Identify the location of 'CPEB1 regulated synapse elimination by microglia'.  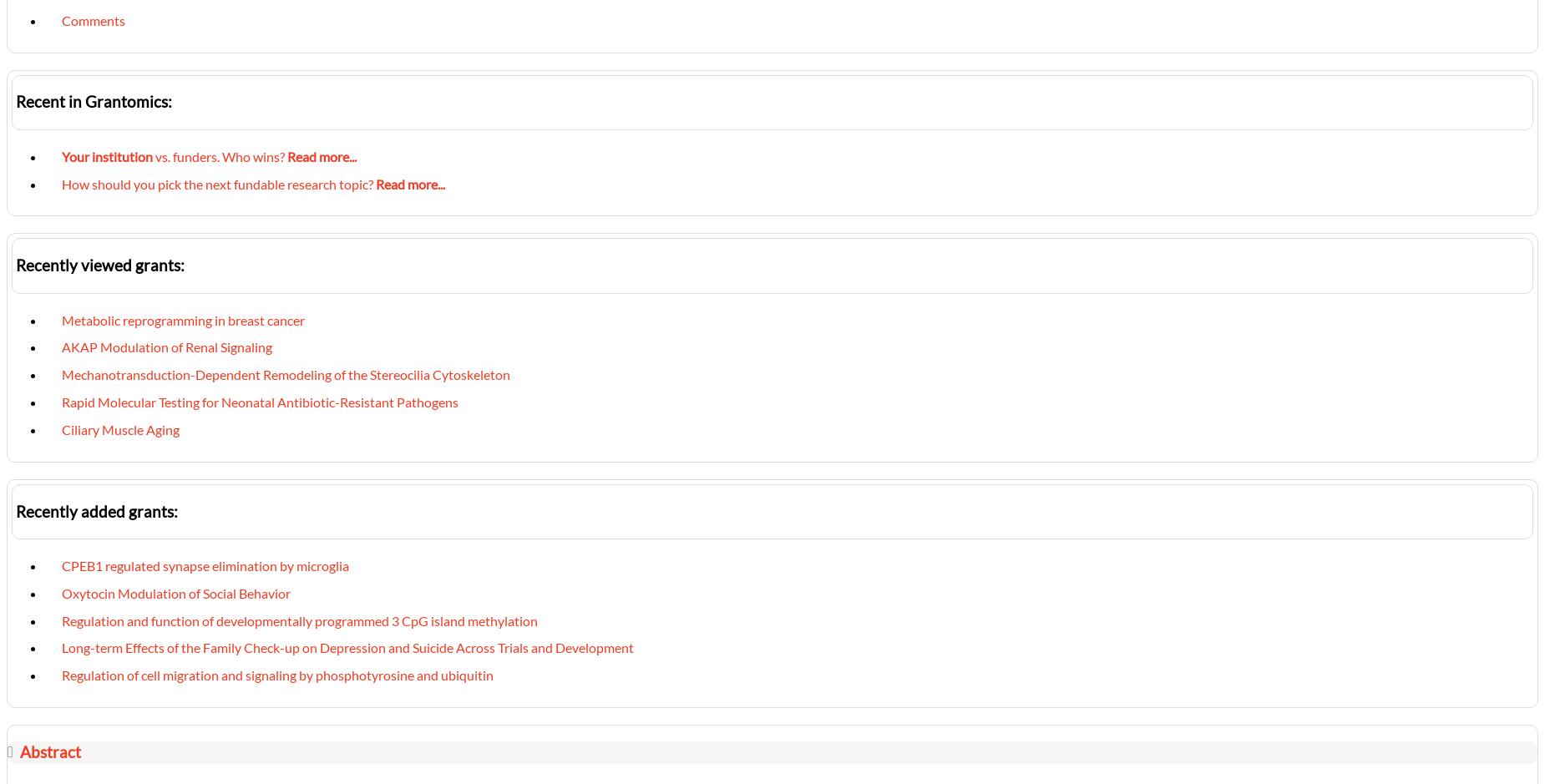
(205, 564).